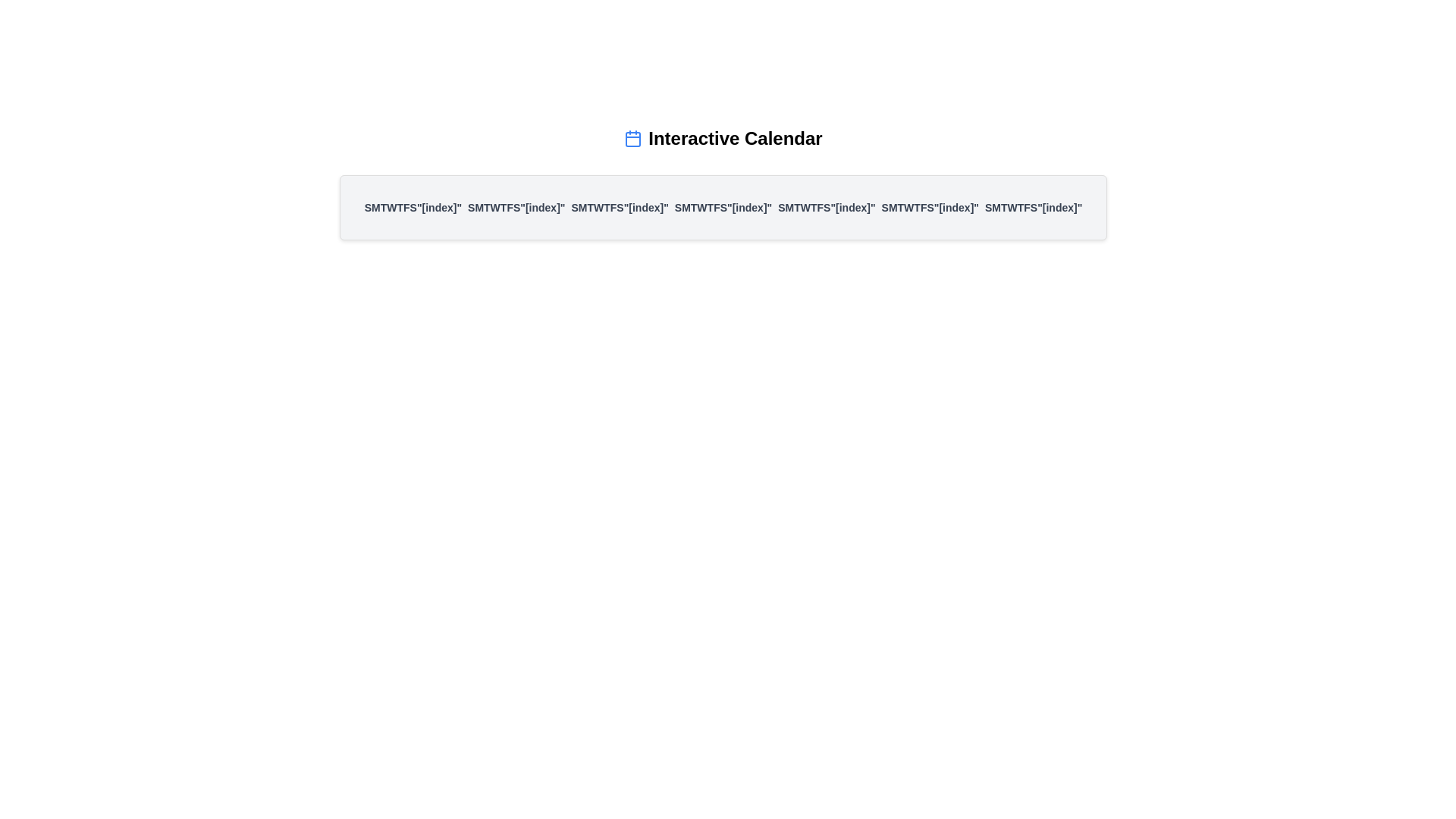  Describe the element at coordinates (633, 138) in the screenshot. I see `the calendar icon, which is a square with rounded corners and a blue outline, located to the left of the text 'Interactive Calendar'` at that location.